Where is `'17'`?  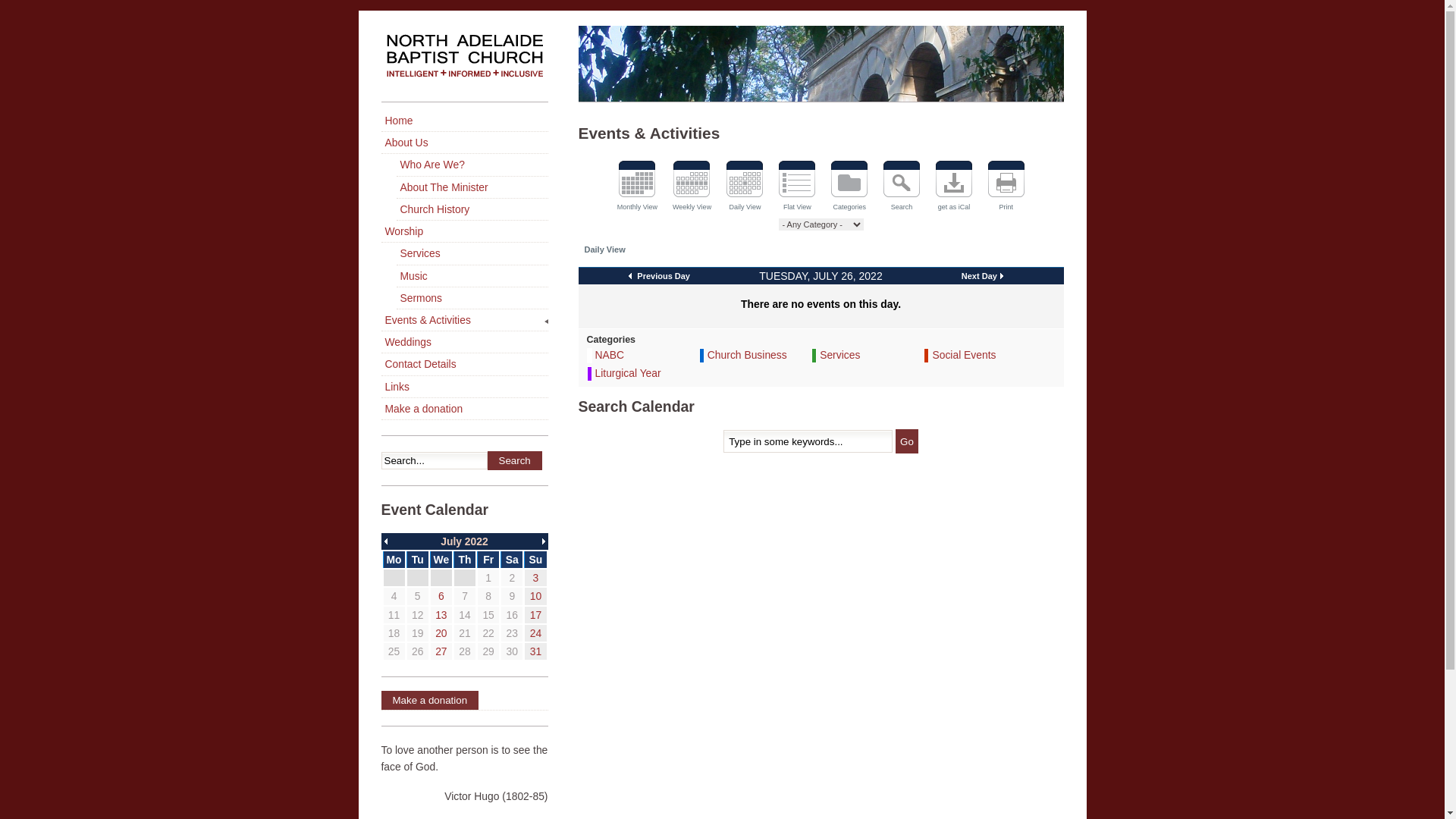
'17' is located at coordinates (535, 614).